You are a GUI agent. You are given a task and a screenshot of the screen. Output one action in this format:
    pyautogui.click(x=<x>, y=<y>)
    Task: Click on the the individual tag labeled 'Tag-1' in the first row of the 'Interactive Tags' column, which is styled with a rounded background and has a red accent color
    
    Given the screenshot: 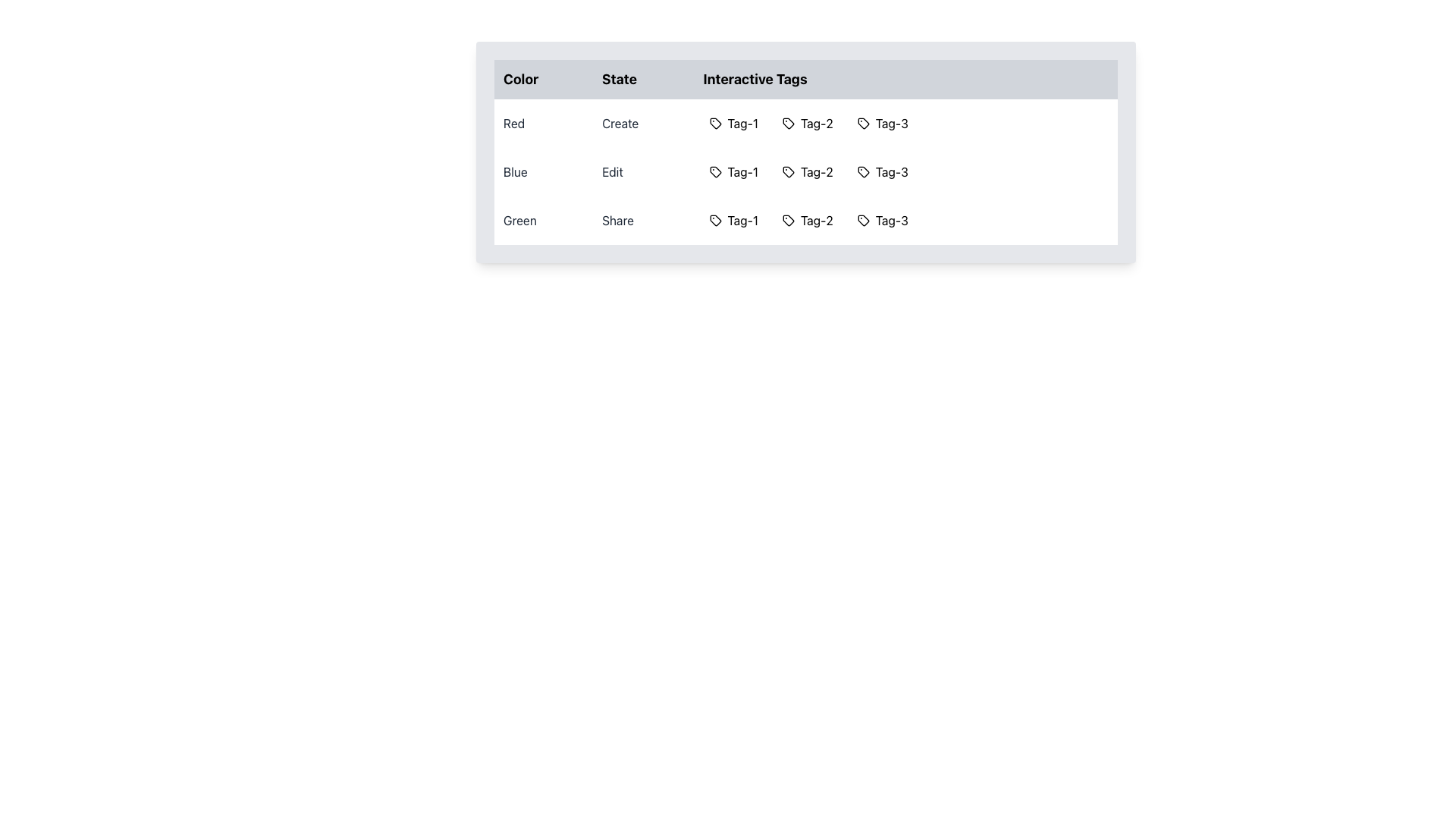 What is the action you would take?
    pyautogui.click(x=905, y=122)
    